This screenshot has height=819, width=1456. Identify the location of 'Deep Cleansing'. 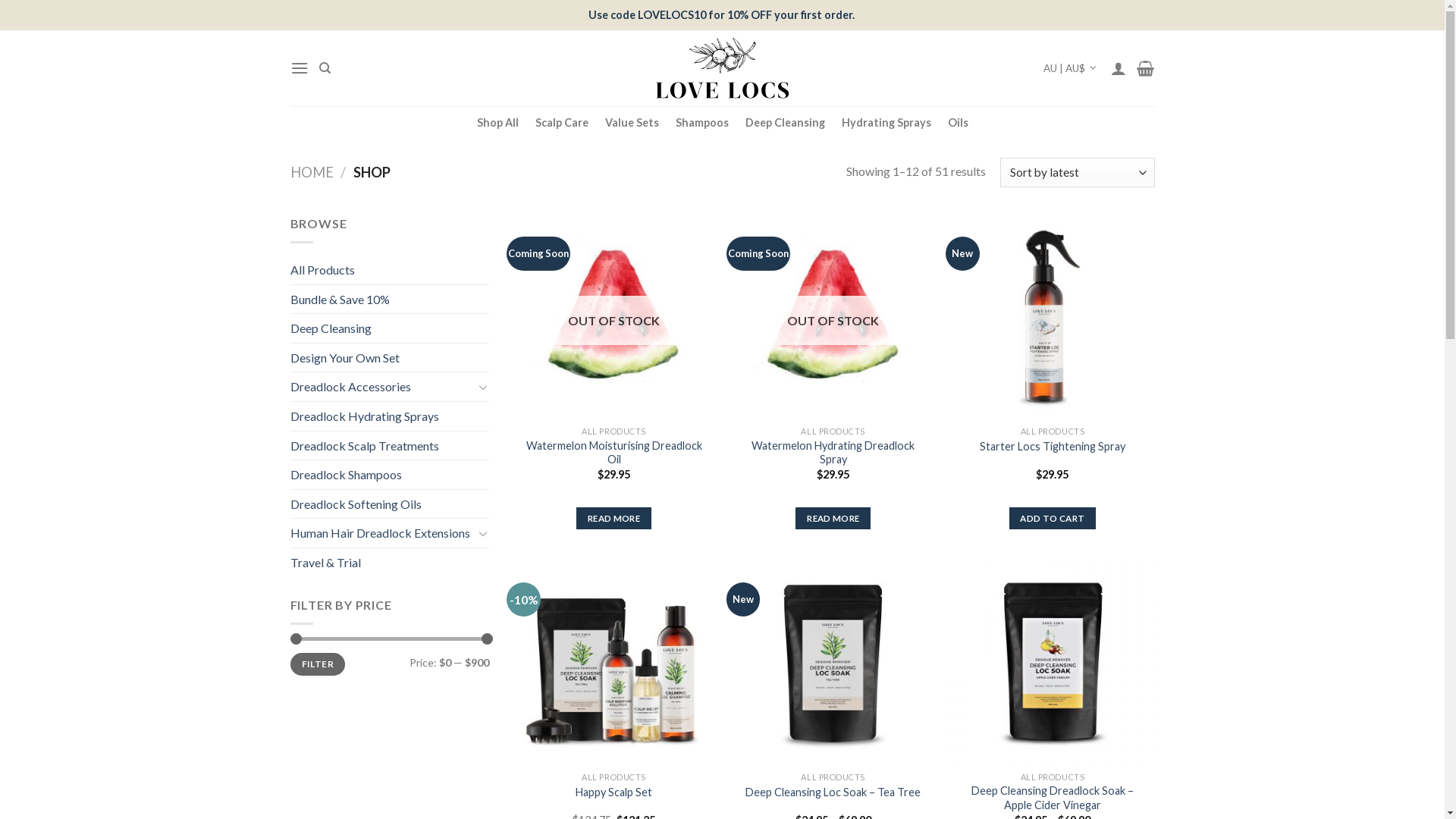
(784, 121).